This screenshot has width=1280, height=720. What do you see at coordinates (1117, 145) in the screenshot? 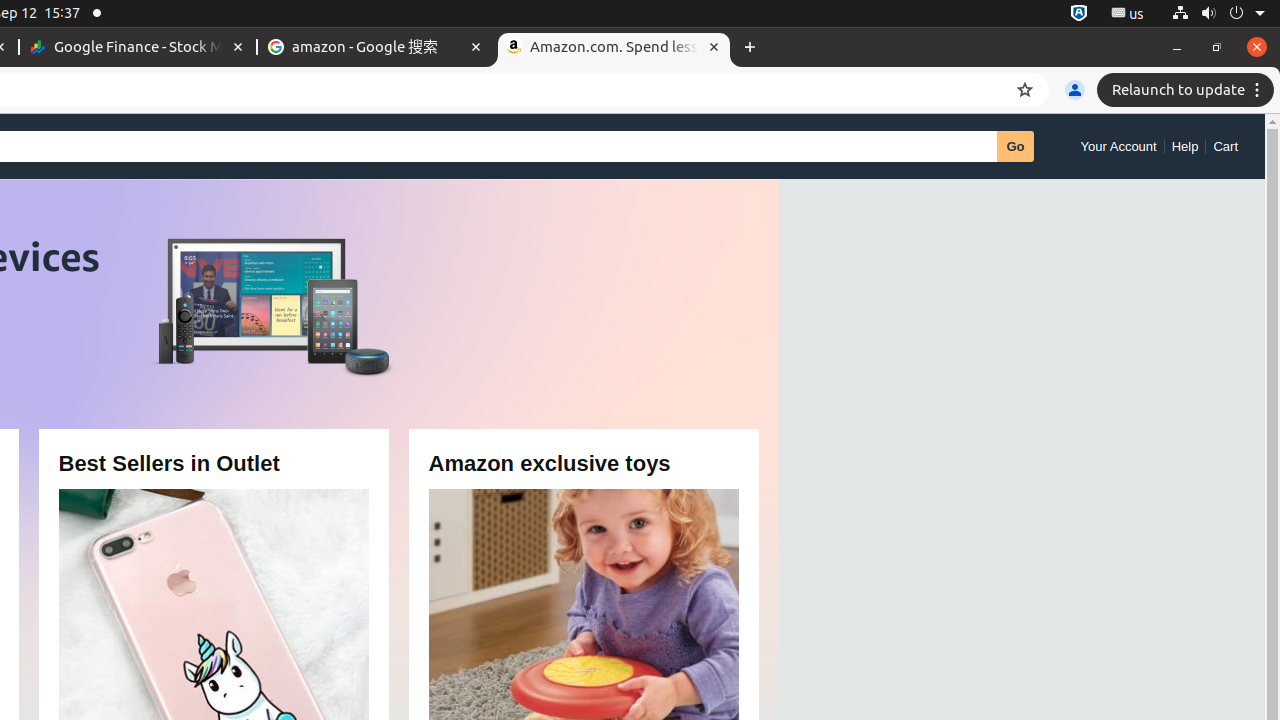
I see `'Your Account'` at bounding box center [1117, 145].